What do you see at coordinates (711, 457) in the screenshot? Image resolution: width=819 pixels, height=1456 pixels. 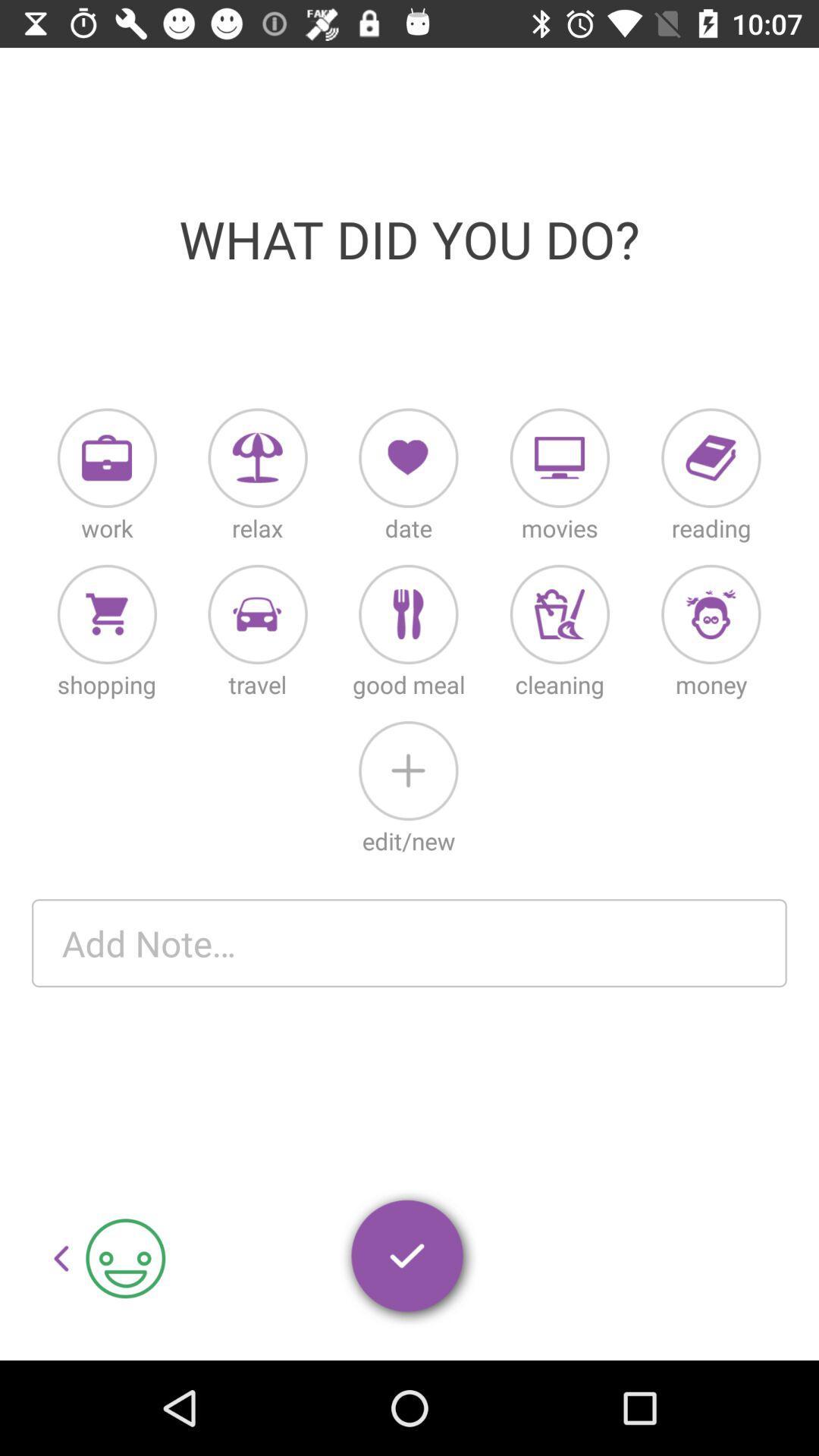 I see `choose` at bounding box center [711, 457].